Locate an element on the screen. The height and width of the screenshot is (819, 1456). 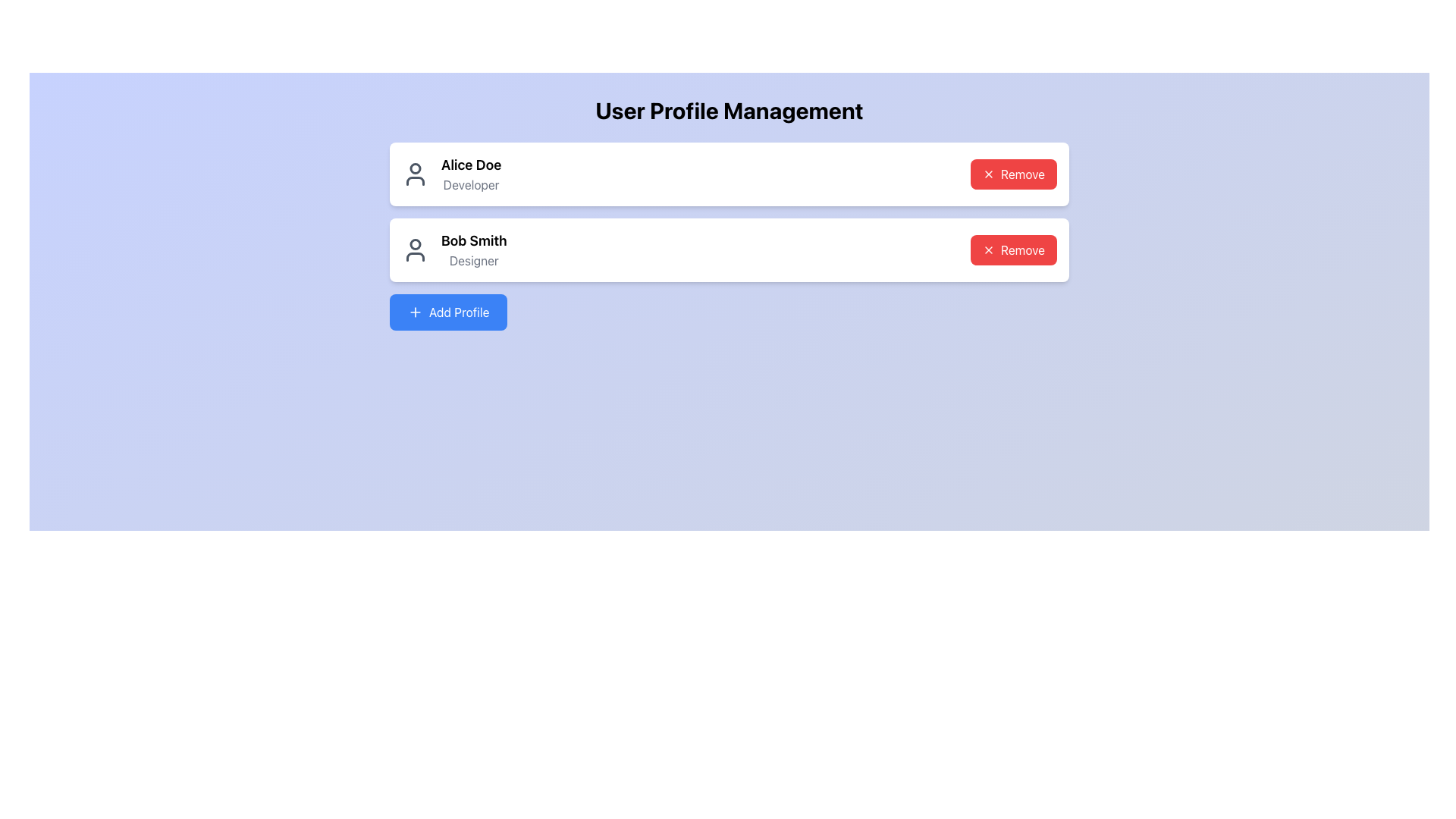
the SVG Circle representing the profile icon of 'Alice Doe' is located at coordinates (415, 168).